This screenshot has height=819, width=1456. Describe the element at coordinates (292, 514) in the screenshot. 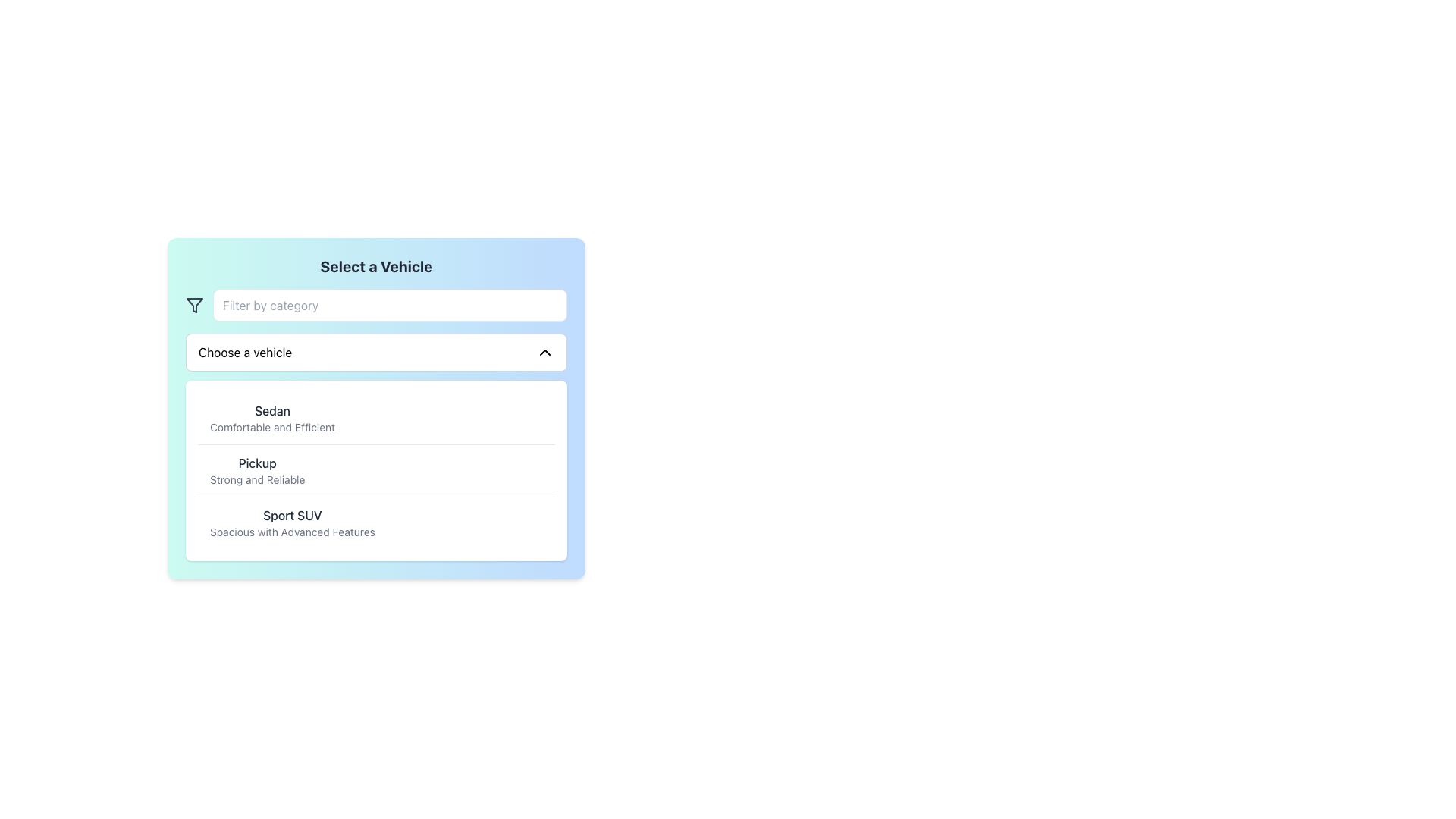

I see `the text label that displays the title or name of the vehicle type, located below the search bar and other vehicle types in the middle section of the interface` at that location.